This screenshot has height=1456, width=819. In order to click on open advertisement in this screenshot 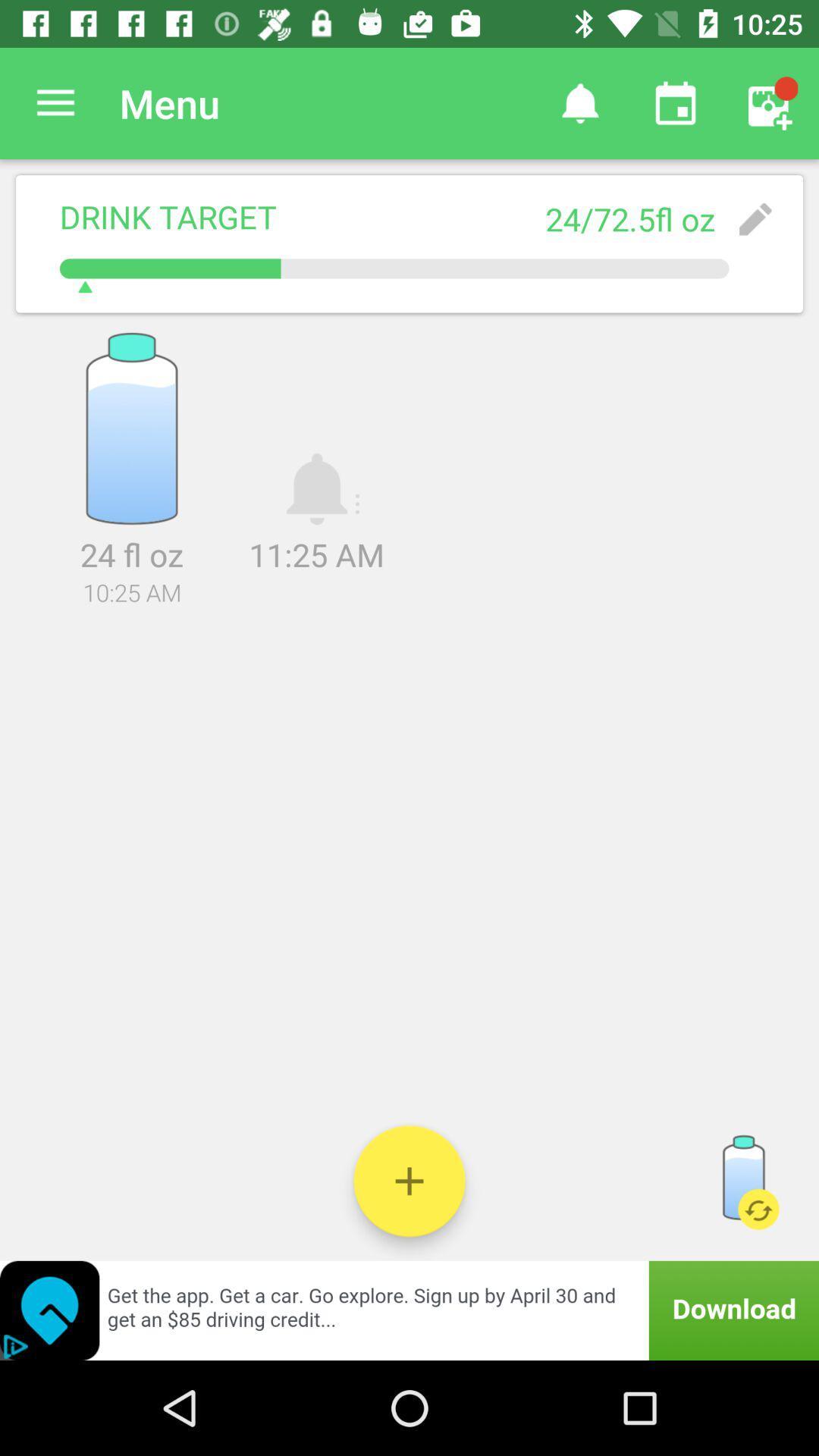, I will do `click(409, 1310)`.